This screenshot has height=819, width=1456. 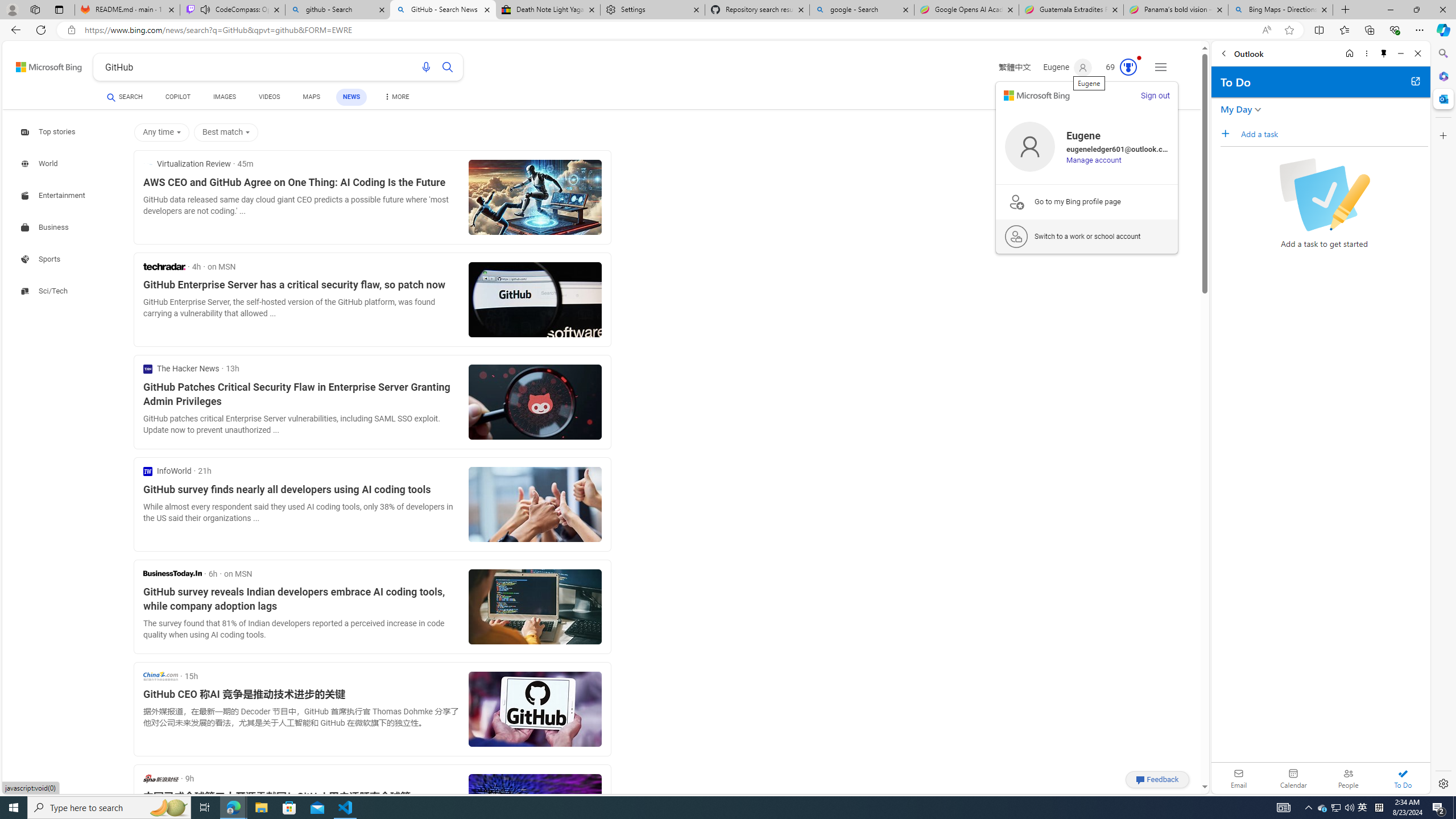 I want to click on 'Search news about Top stories', so click(x=49, y=131).